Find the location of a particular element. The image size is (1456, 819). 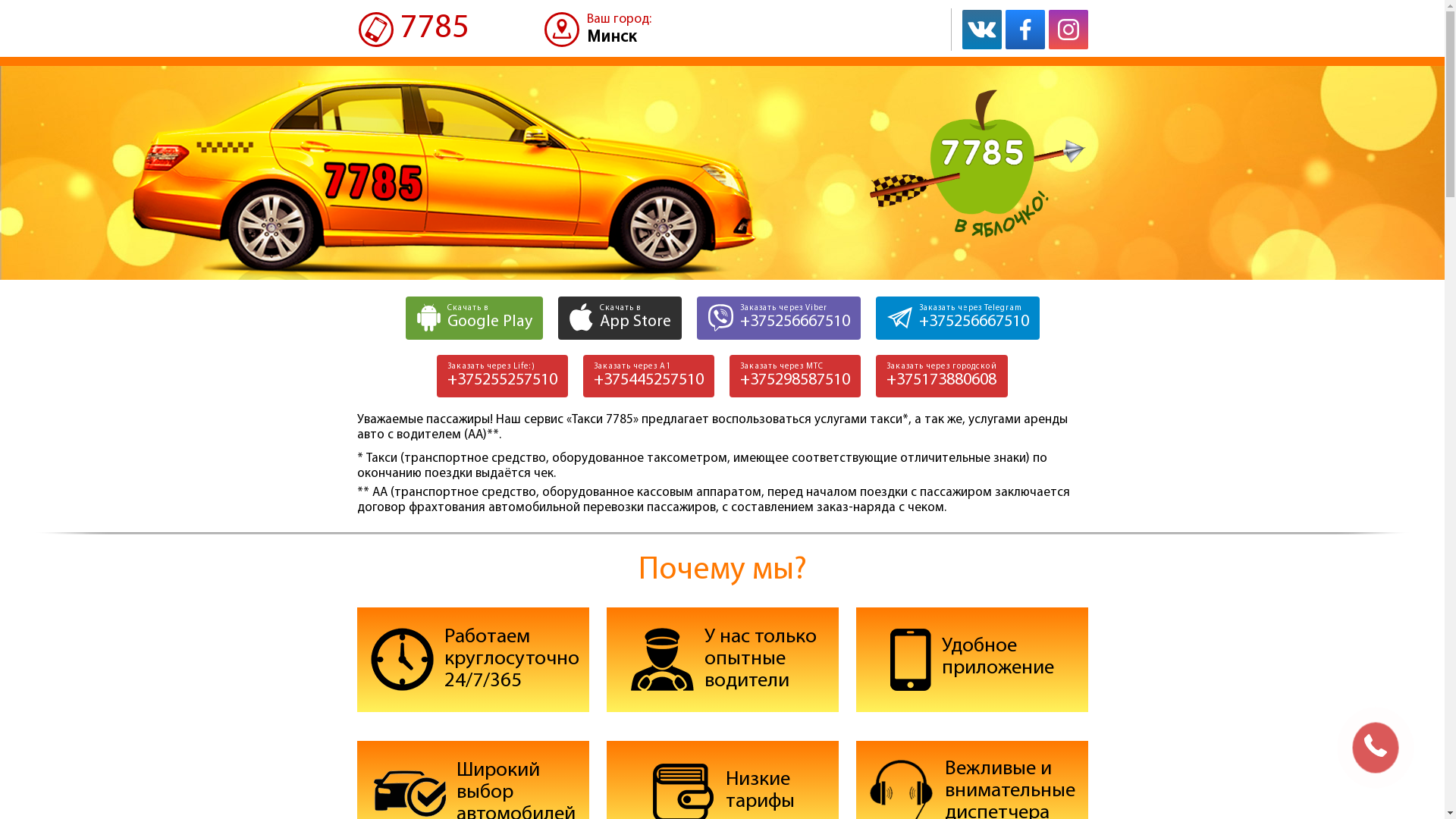

'7785' is located at coordinates (412, 29).